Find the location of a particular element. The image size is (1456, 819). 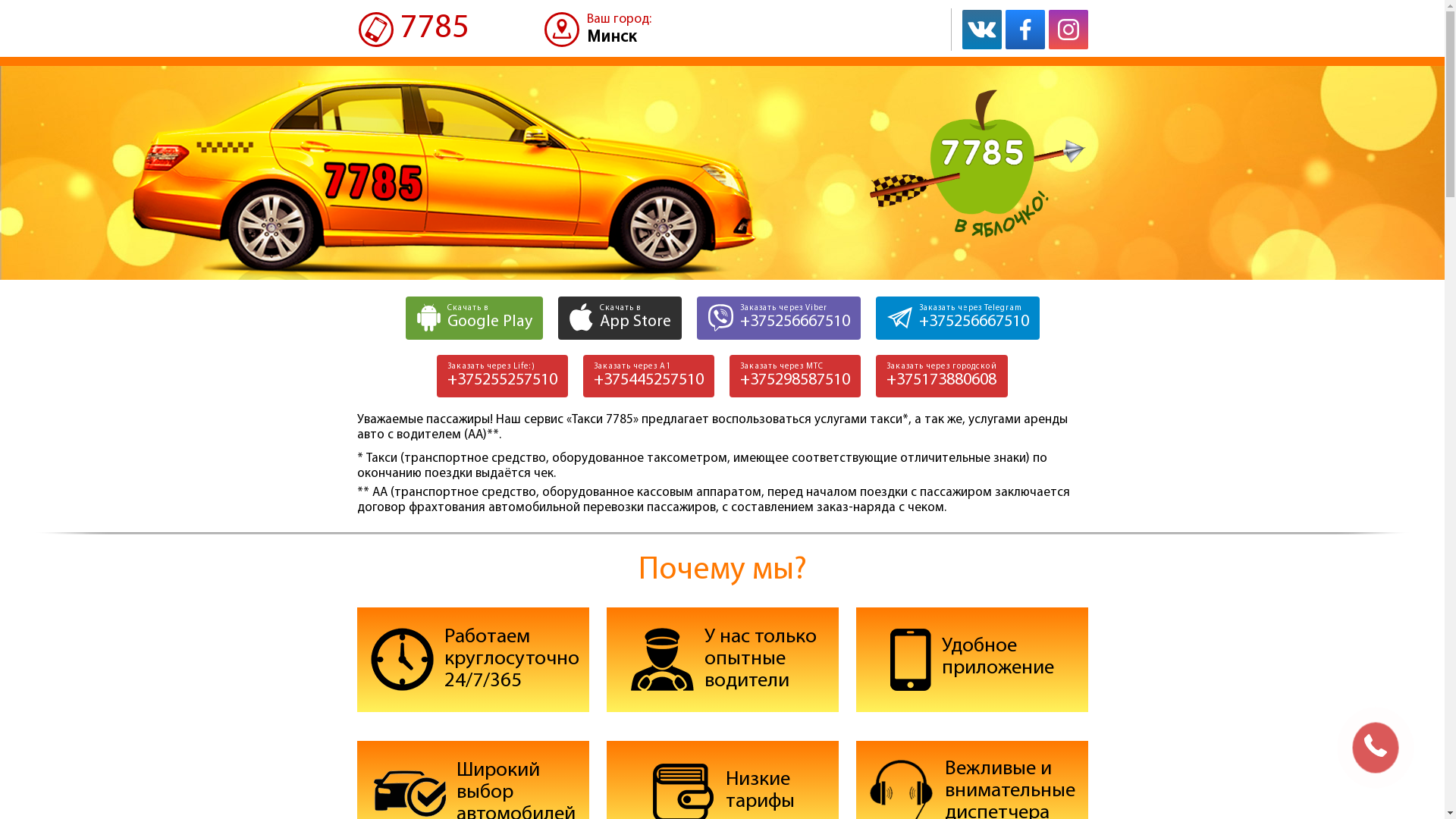

'7785' is located at coordinates (412, 29).